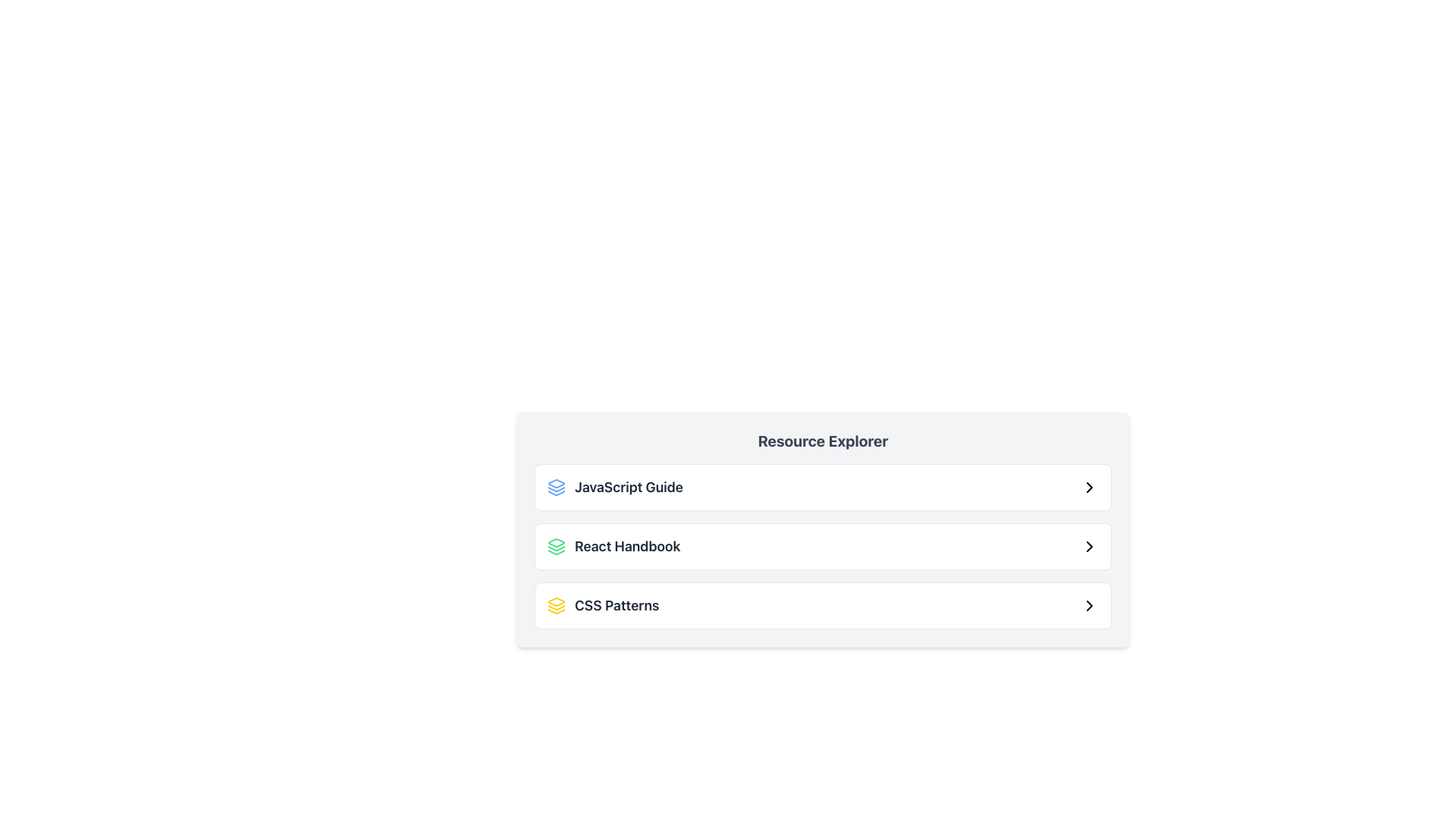 The width and height of the screenshot is (1456, 819). Describe the element at coordinates (822, 604) in the screenshot. I see `the third Card-style List Item representing 'CSS Patterns' in the 'Resource Explorer' section` at that location.